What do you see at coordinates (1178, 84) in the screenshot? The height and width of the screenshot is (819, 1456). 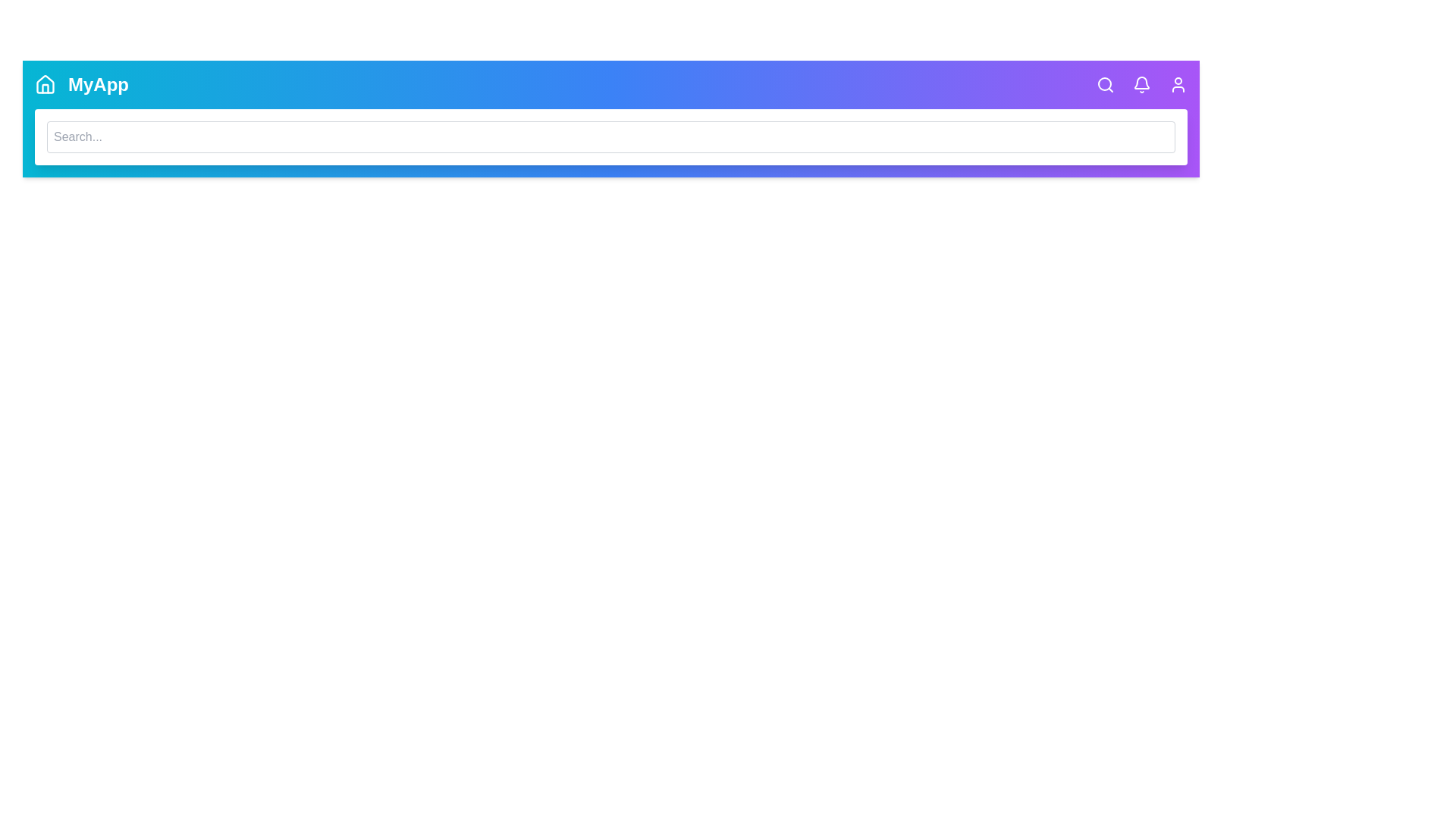 I see `the user icon to access user settings or profile options` at bounding box center [1178, 84].